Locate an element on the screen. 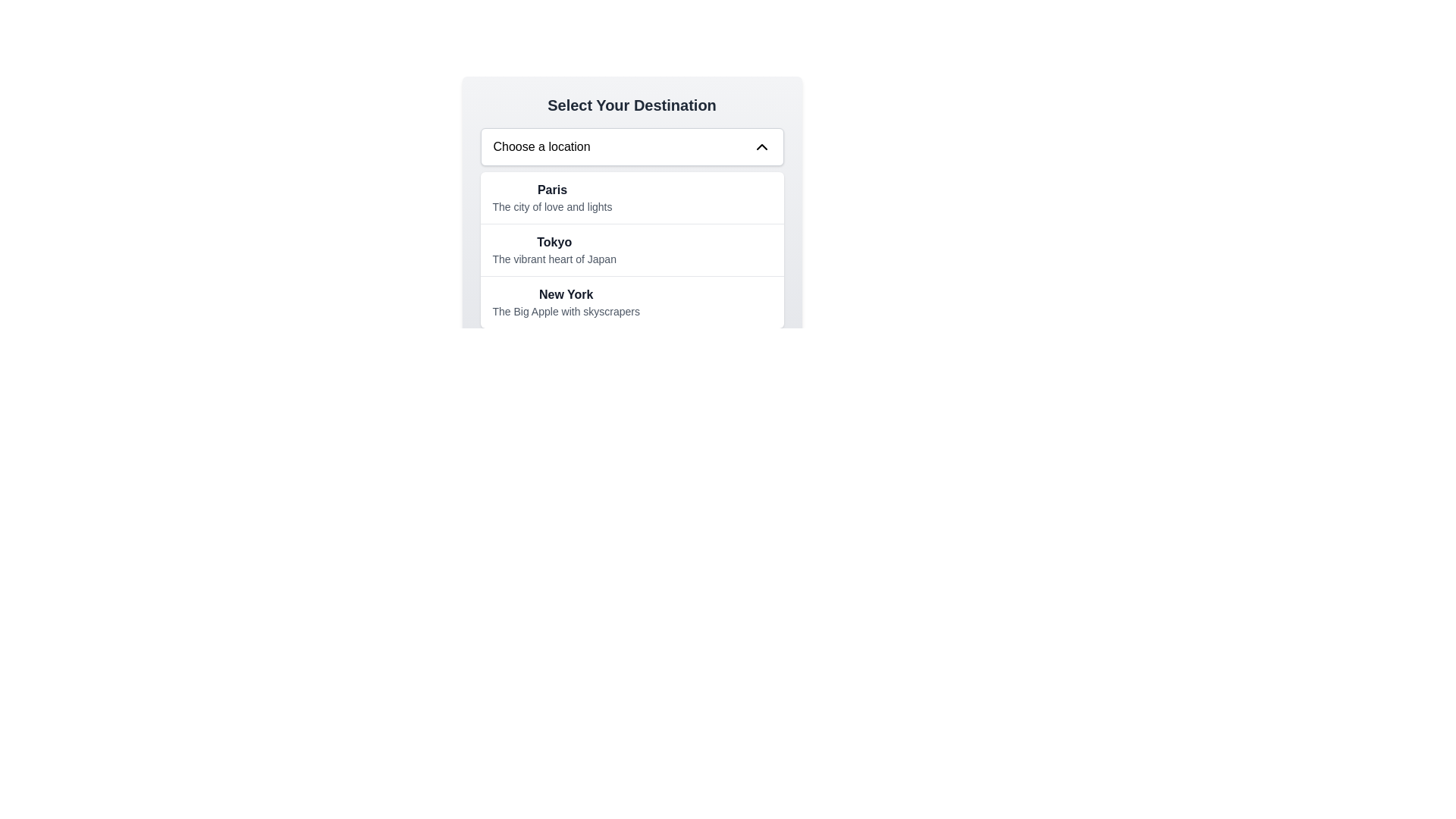 This screenshot has width=1456, height=819. the chevron direction icon at the right end of the 'Choose a location' dropdown is located at coordinates (761, 146).